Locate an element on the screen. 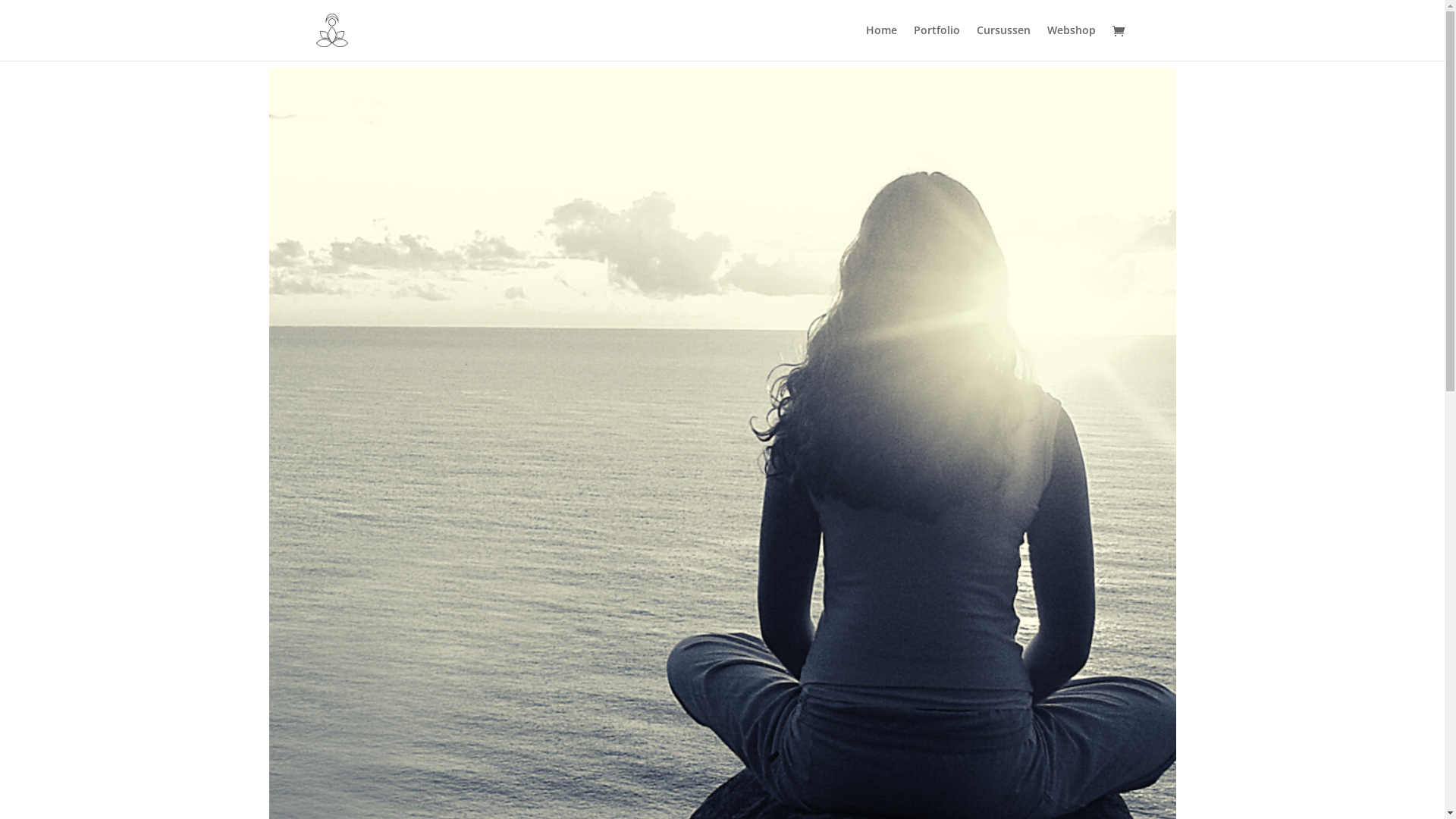 The image size is (1456, 819). 'Home' is located at coordinates (881, 42).